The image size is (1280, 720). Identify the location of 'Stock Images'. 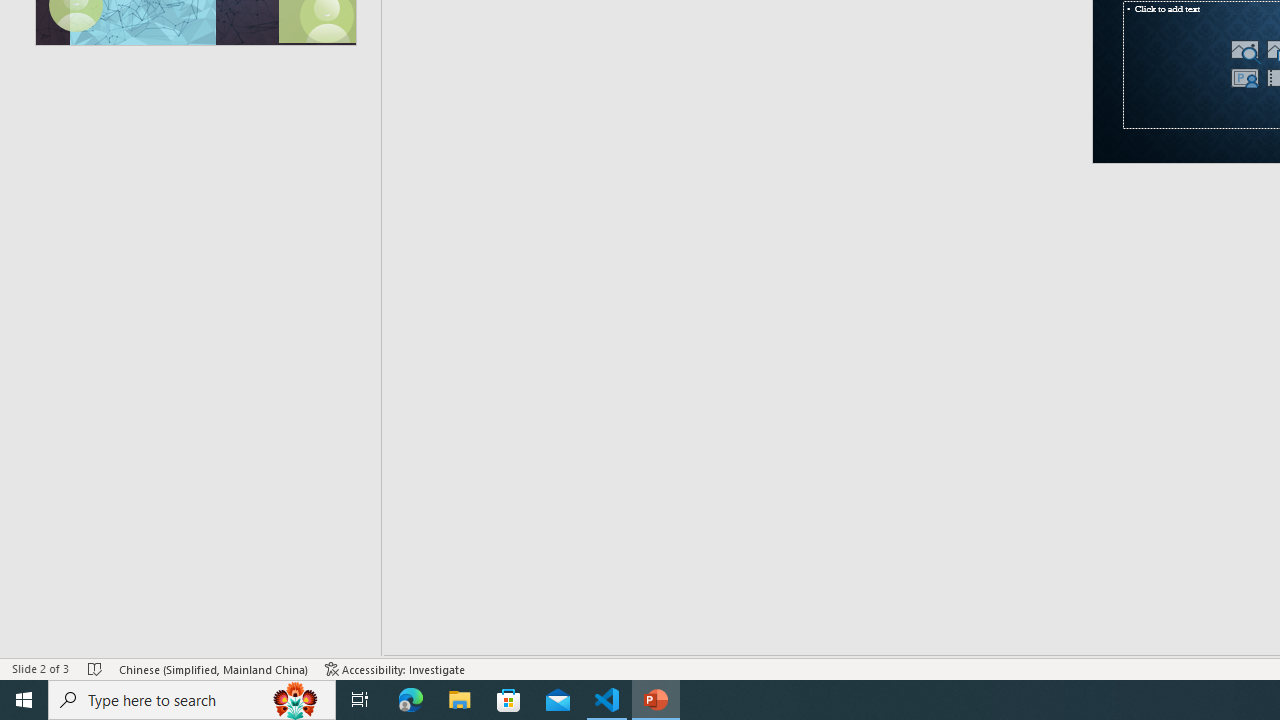
(1243, 49).